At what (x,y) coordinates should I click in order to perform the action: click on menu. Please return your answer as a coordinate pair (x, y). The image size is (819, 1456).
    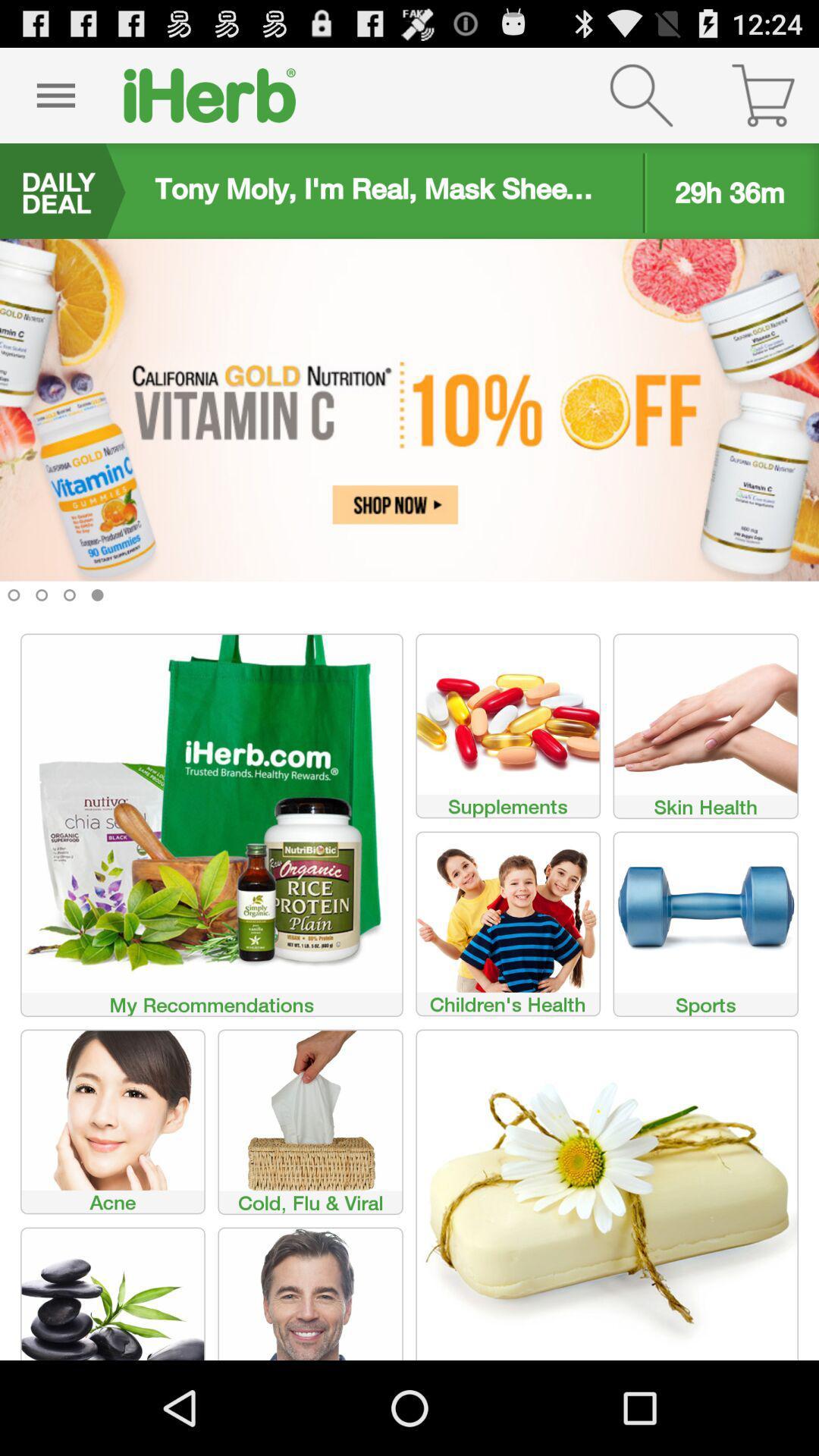
    Looking at the image, I should click on (55, 94).